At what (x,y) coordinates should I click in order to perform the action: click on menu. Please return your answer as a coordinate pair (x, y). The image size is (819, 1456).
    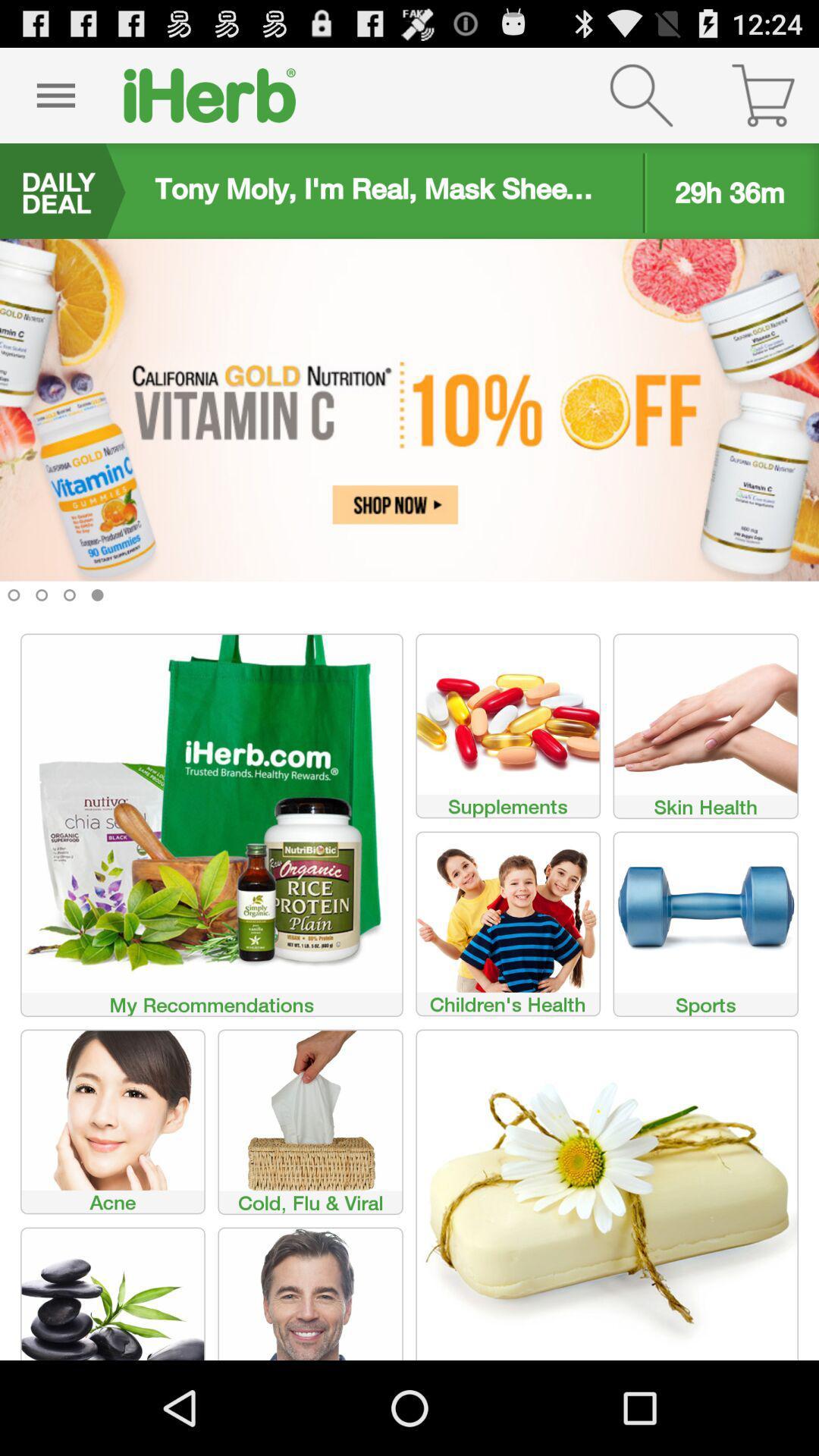
    Looking at the image, I should click on (55, 94).